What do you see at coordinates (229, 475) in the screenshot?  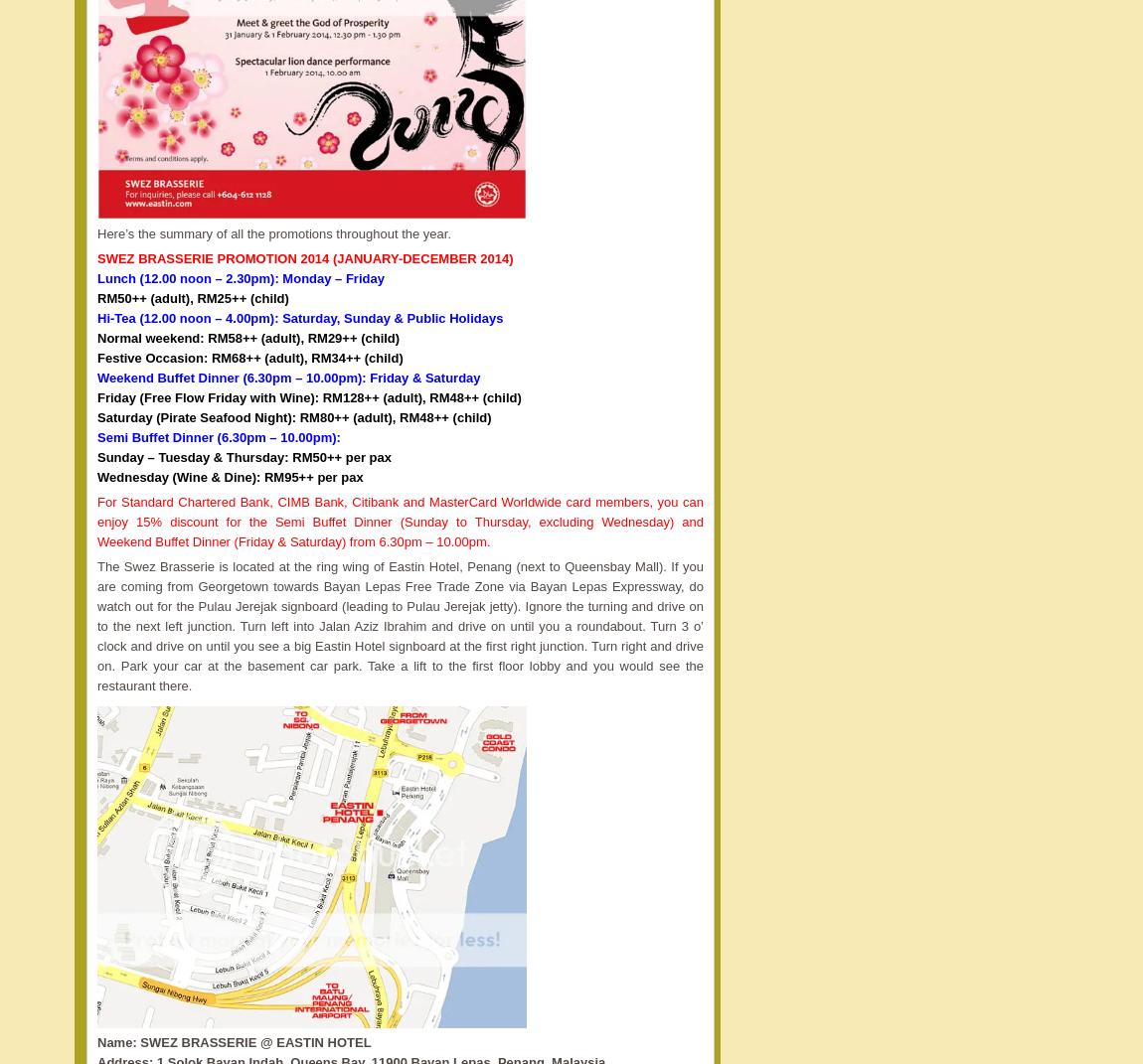 I see `'Wednesday (Wine & Dine): RM95++ per pax'` at bounding box center [229, 475].